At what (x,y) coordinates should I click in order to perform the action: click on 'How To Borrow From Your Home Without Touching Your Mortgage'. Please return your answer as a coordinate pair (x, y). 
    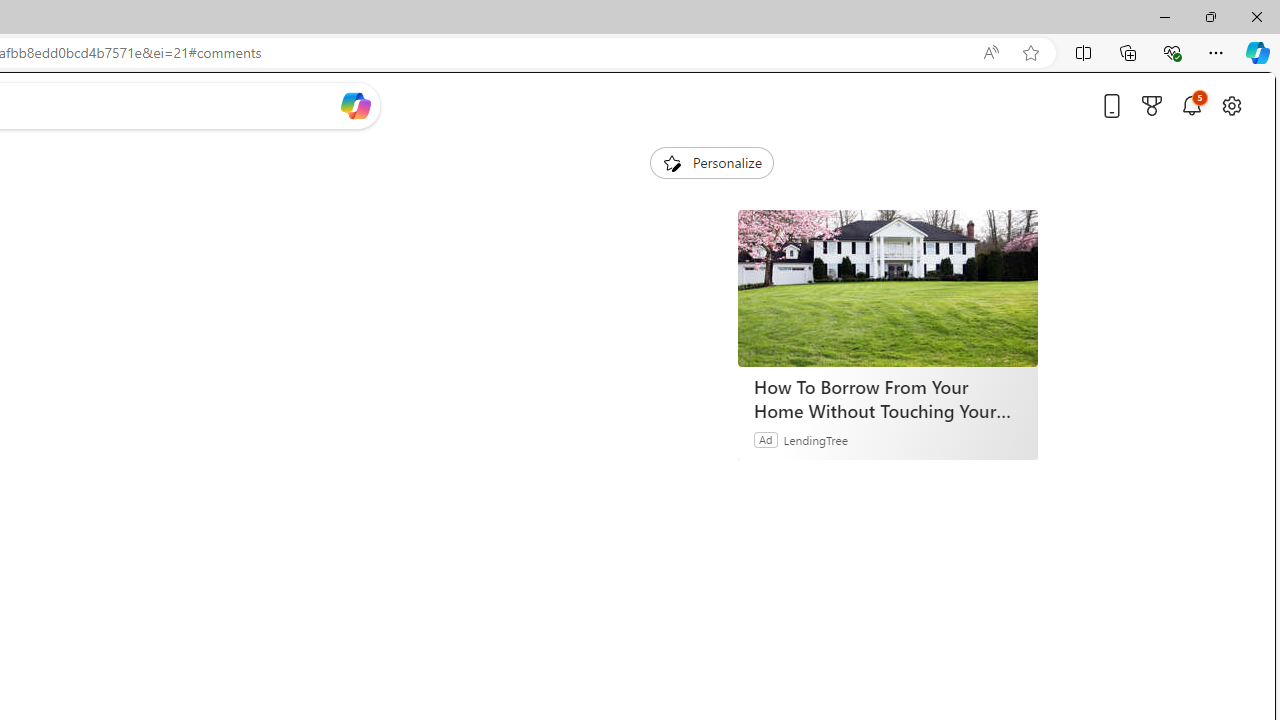
    Looking at the image, I should click on (887, 288).